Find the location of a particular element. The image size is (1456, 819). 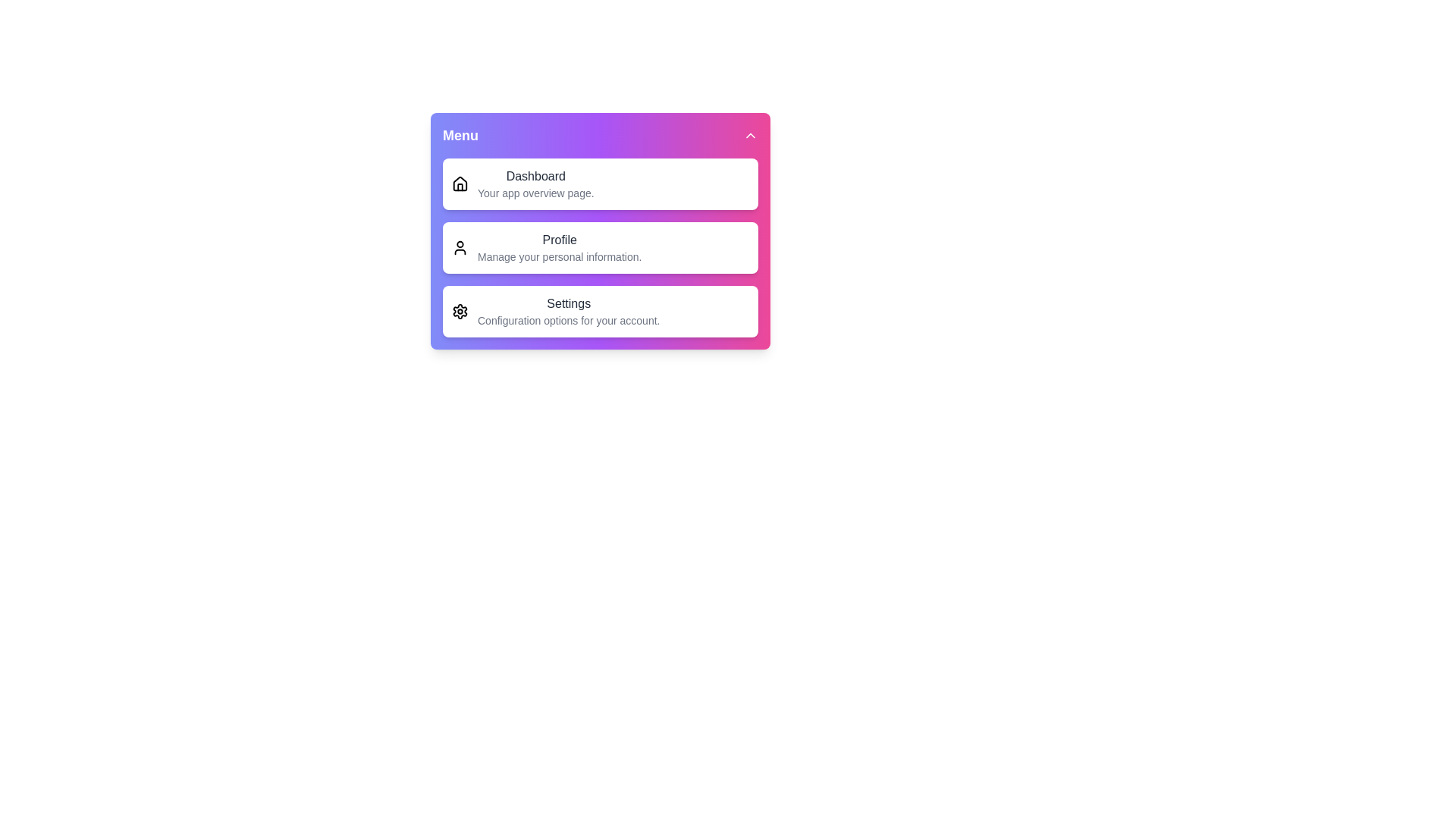

the 'Settings' menu item is located at coordinates (600, 311).